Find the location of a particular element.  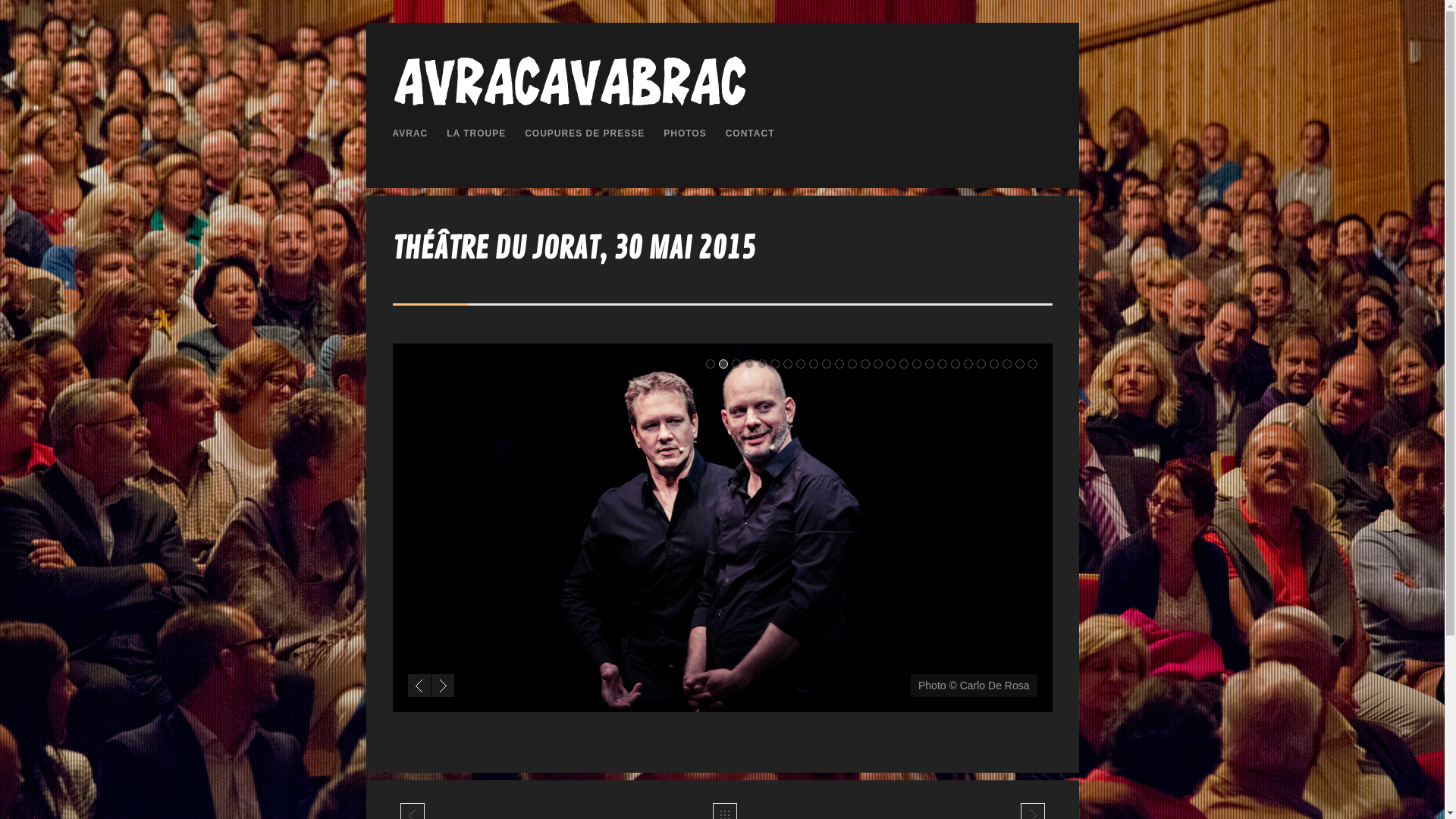

'AvrAcAvAbrAc' is located at coordinates (568, 104).